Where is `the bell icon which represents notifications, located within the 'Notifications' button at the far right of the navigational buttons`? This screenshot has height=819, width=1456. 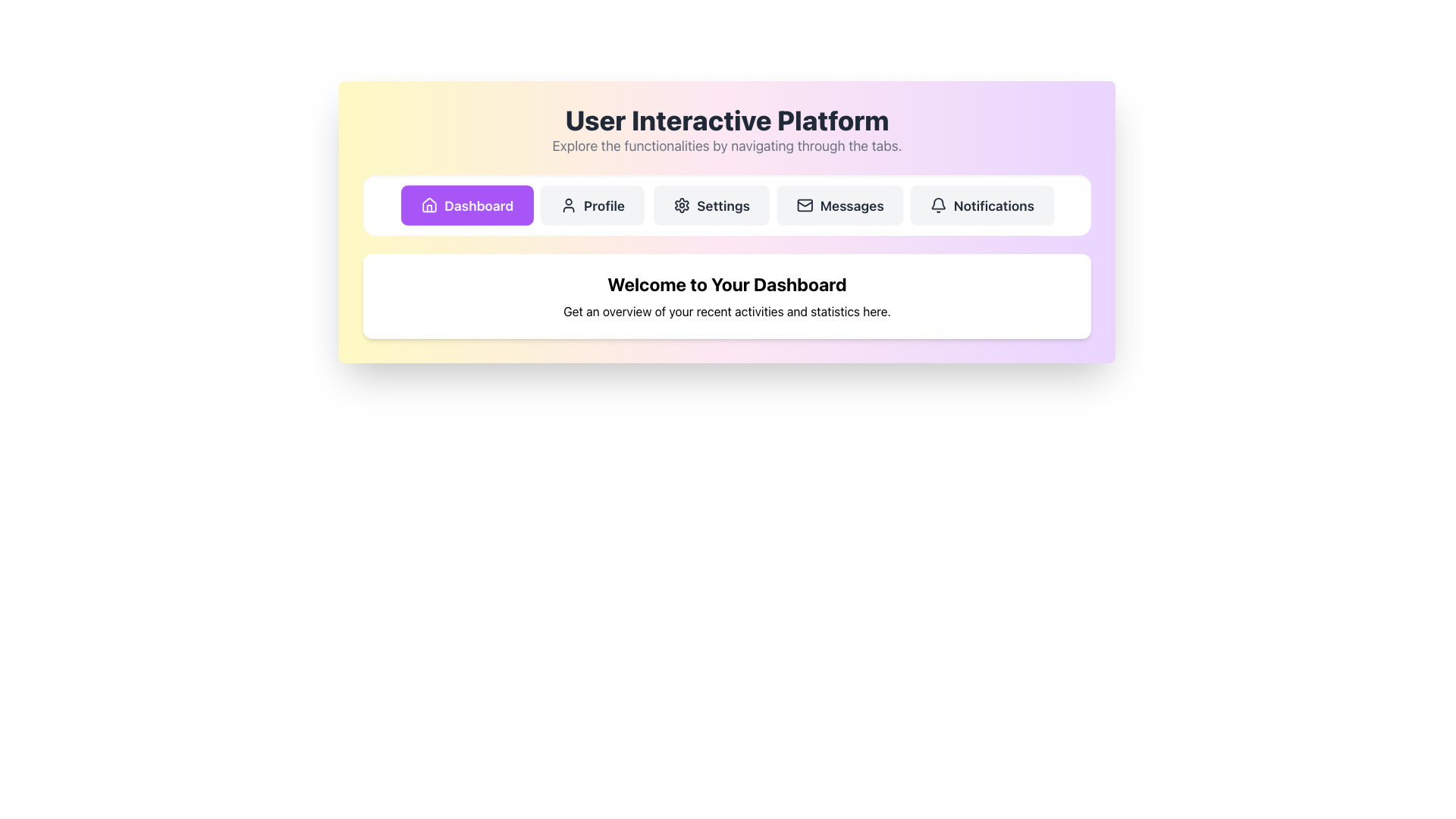 the bell icon which represents notifications, located within the 'Notifications' button at the far right of the navigational buttons is located at coordinates (937, 205).